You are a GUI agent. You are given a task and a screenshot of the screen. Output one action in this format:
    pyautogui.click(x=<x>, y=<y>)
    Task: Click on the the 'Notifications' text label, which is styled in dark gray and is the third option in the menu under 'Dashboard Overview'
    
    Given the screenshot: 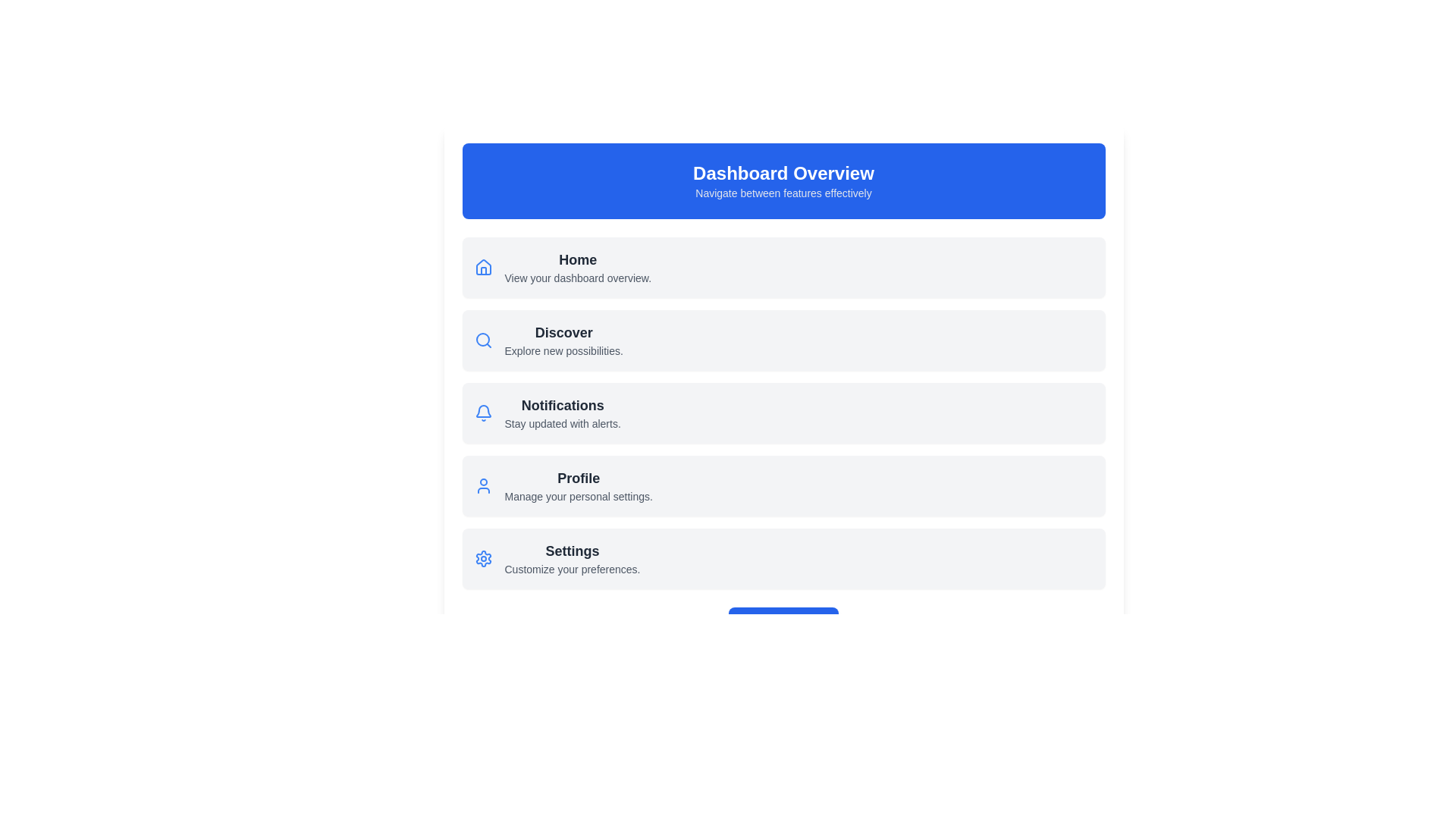 What is the action you would take?
    pyautogui.click(x=562, y=405)
    